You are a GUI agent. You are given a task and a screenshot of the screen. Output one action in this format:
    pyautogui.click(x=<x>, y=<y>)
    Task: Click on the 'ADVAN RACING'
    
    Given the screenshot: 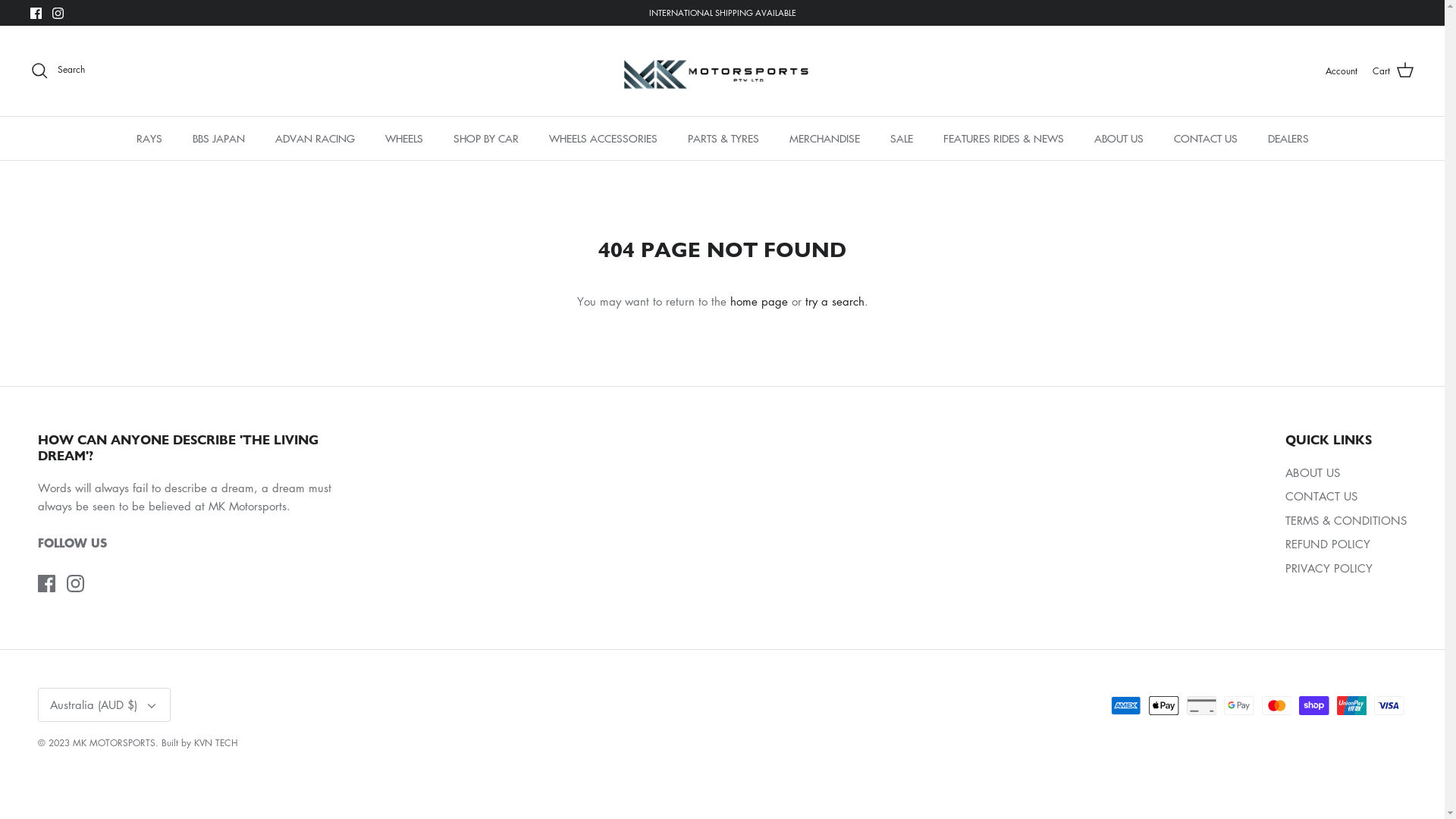 What is the action you would take?
    pyautogui.click(x=313, y=138)
    